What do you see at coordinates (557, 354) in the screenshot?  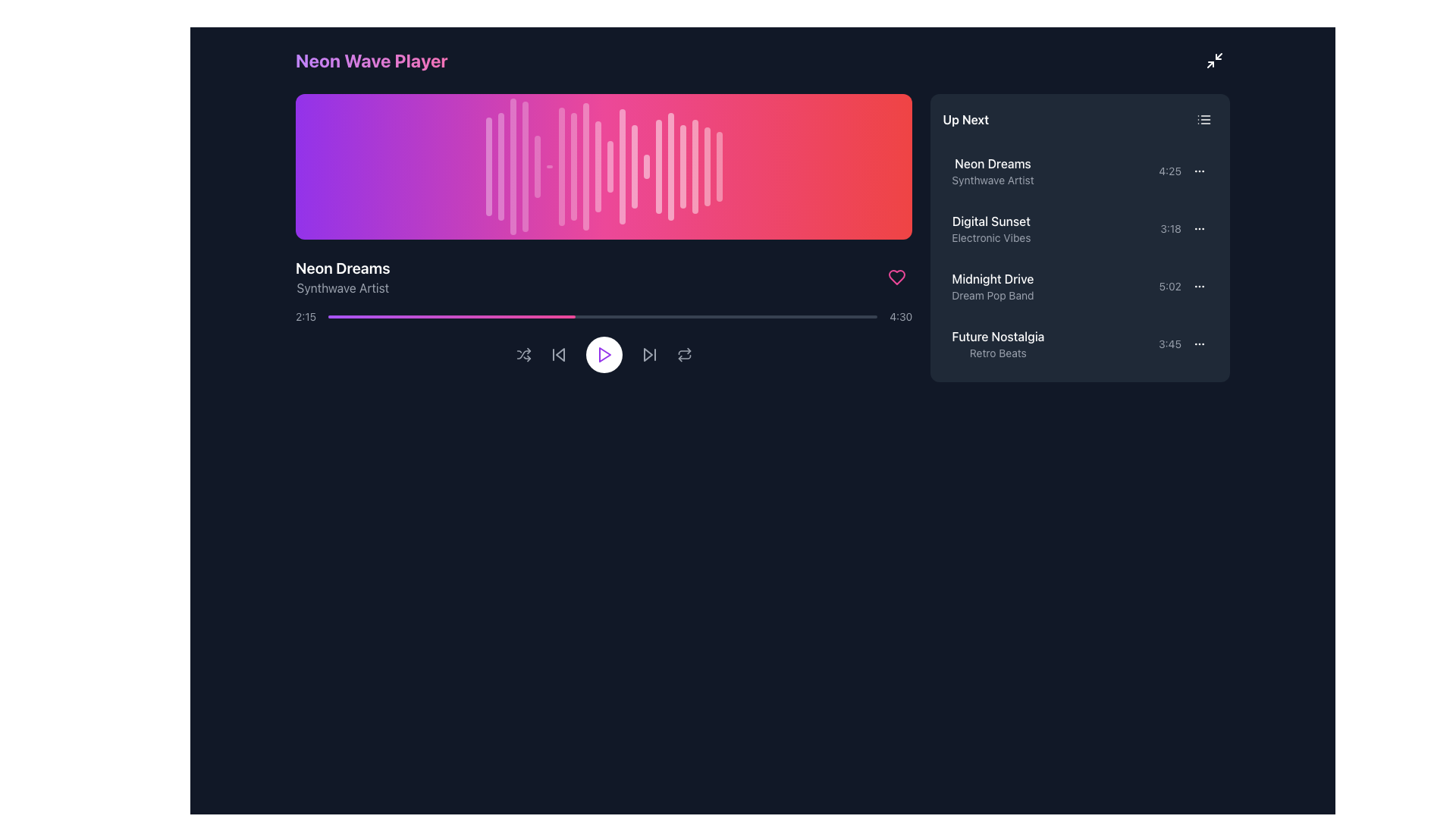 I see `the Skip Previous button, which is located to the left of the central Play button in the media control bar and is the second button from the left` at bounding box center [557, 354].